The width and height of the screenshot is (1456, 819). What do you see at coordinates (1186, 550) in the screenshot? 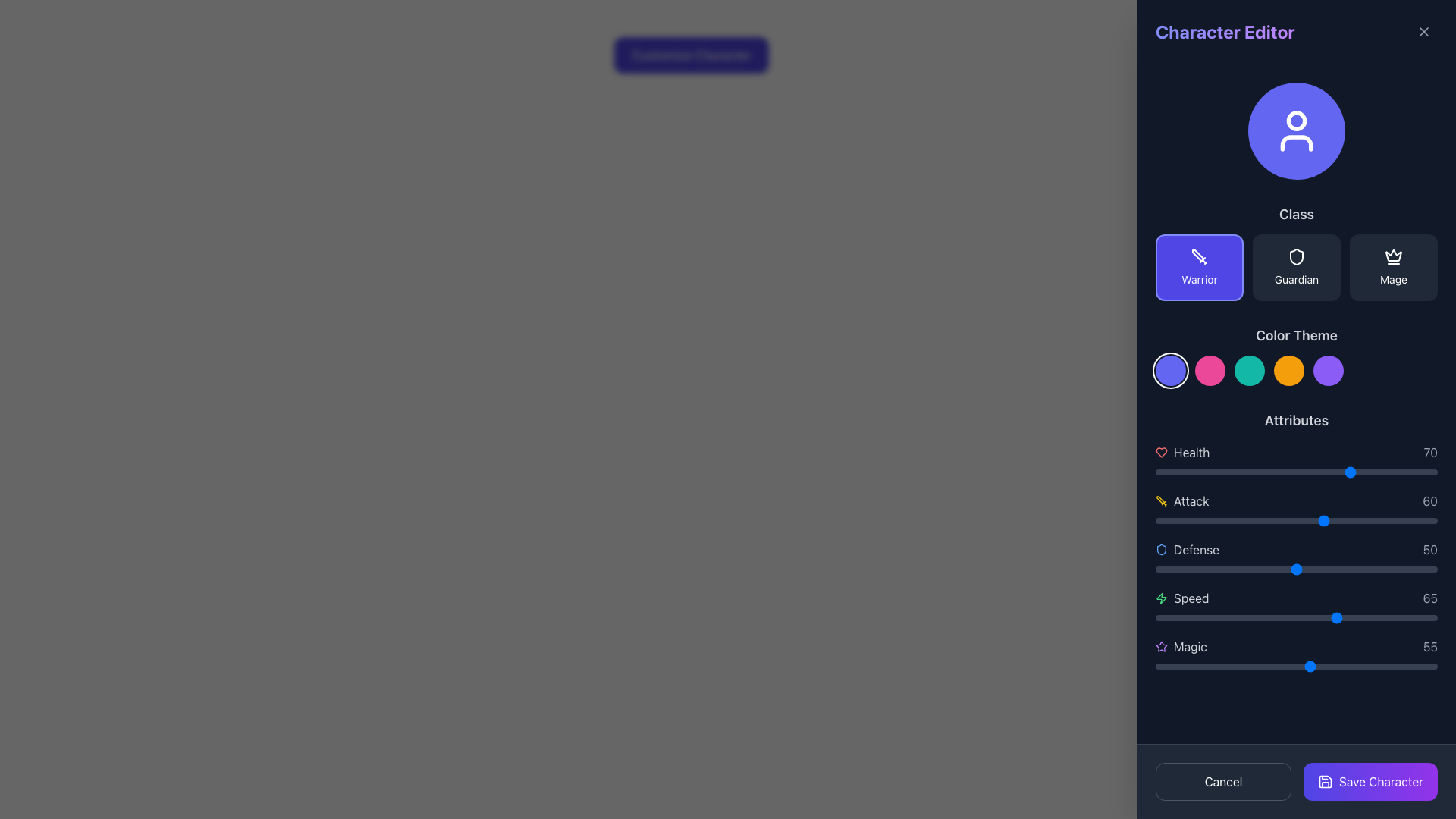
I see `the 'Defense' attribute label with icon located in the 'Attributes' section of the 'Character Editor', specifically the third element from the top among the attributes listed` at bounding box center [1186, 550].